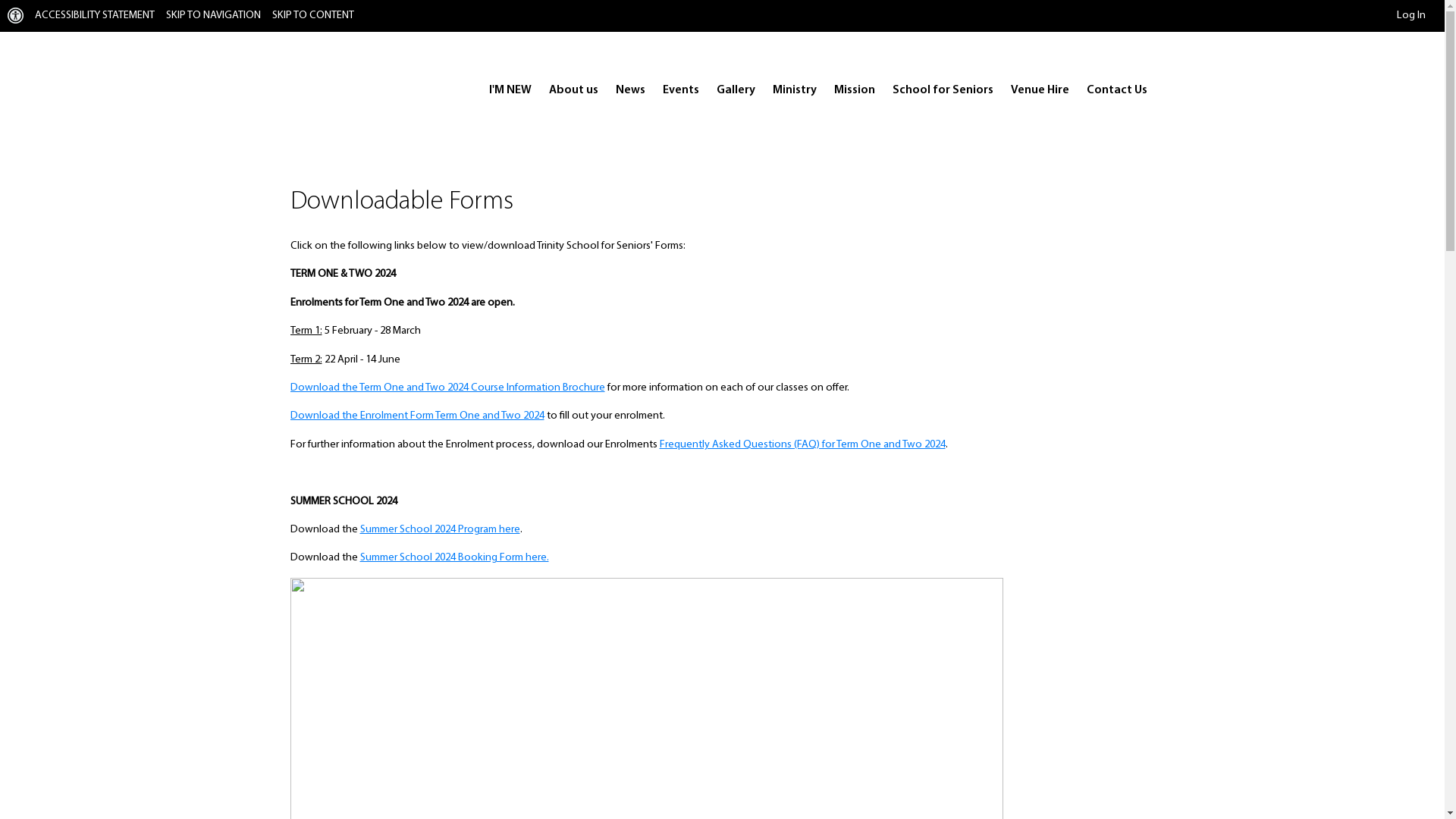 The width and height of the screenshot is (1456, 819). Describe the element at coordinates (573, 90) in the screenshot. I see `'About us'` at that location.